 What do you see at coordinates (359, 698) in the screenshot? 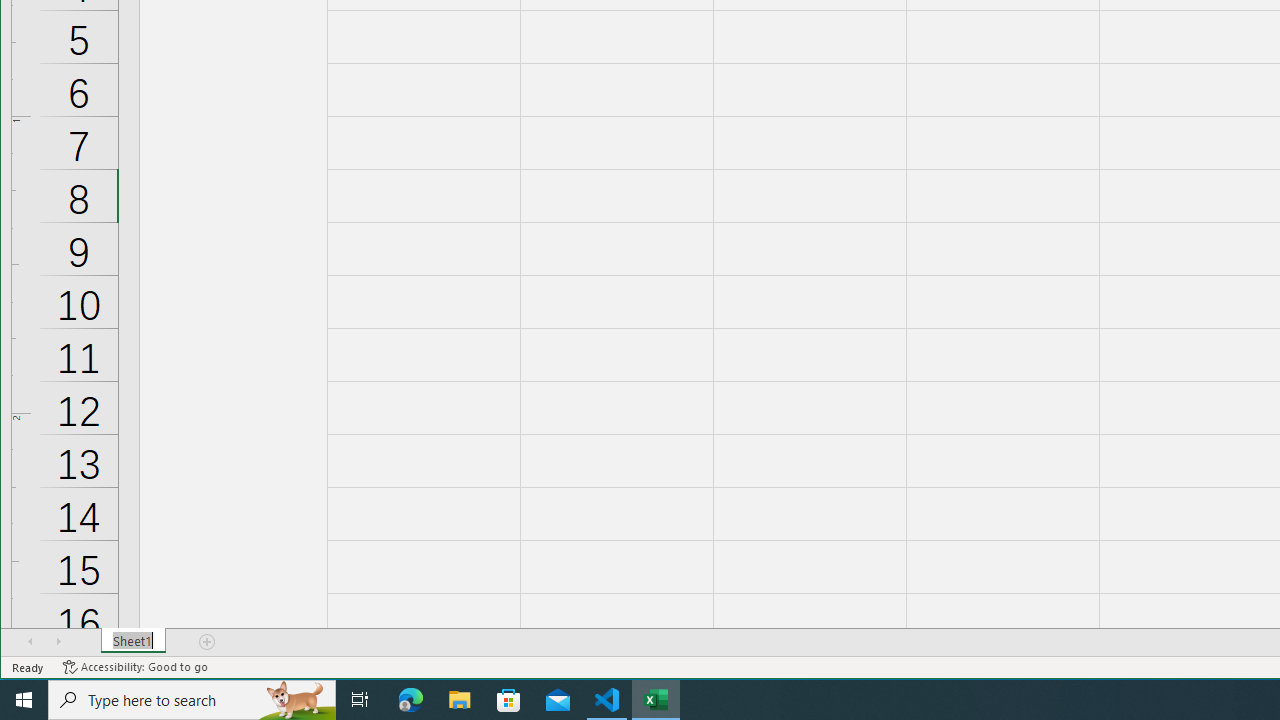
I see `'Task View'` at bounding box center [359, 698].